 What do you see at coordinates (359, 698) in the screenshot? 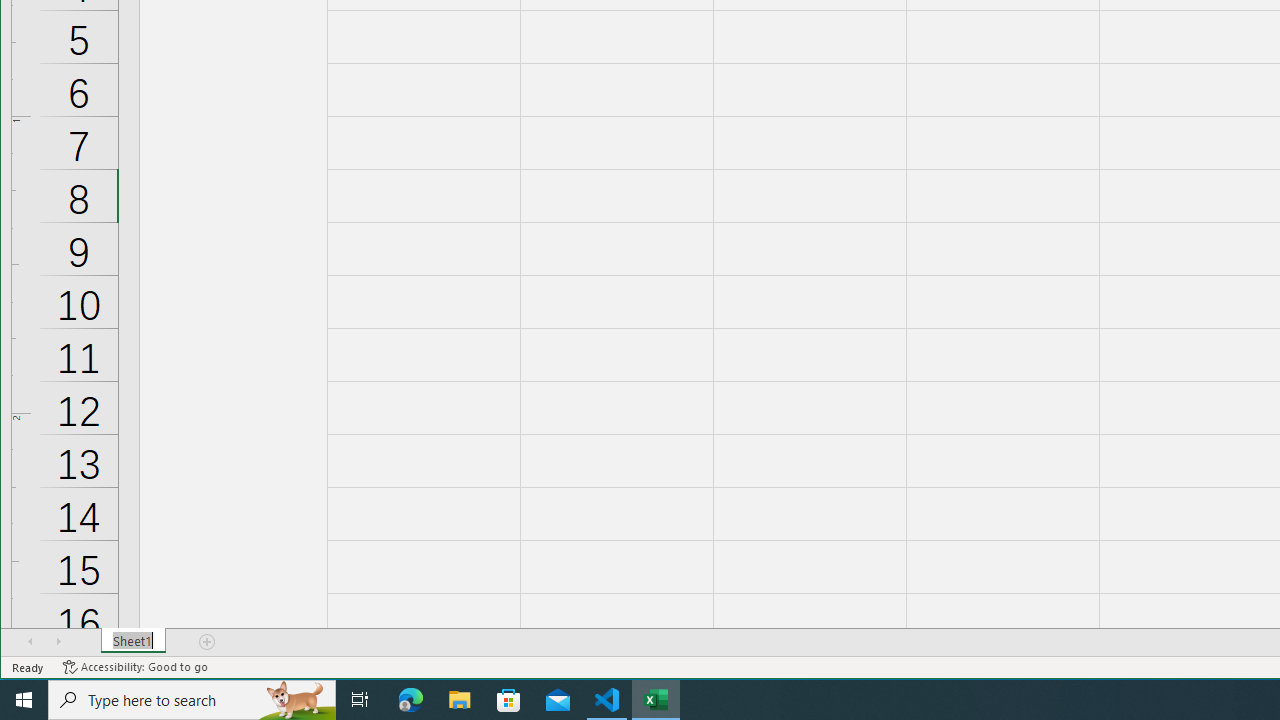
I see `'Task View'` at bounding box center [359, 698].